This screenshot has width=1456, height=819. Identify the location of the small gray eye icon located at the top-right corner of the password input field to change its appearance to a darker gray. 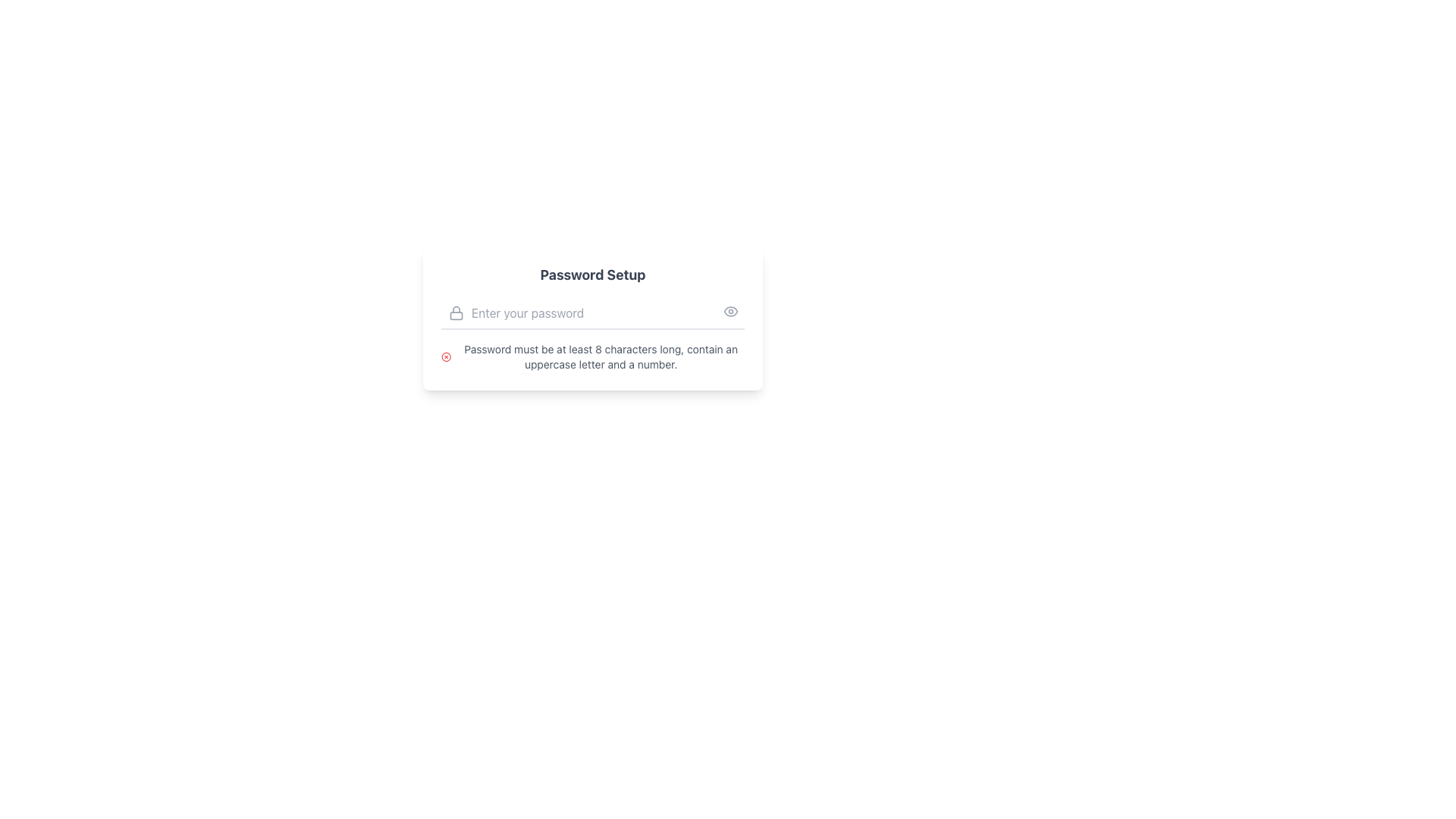
(731, 311).